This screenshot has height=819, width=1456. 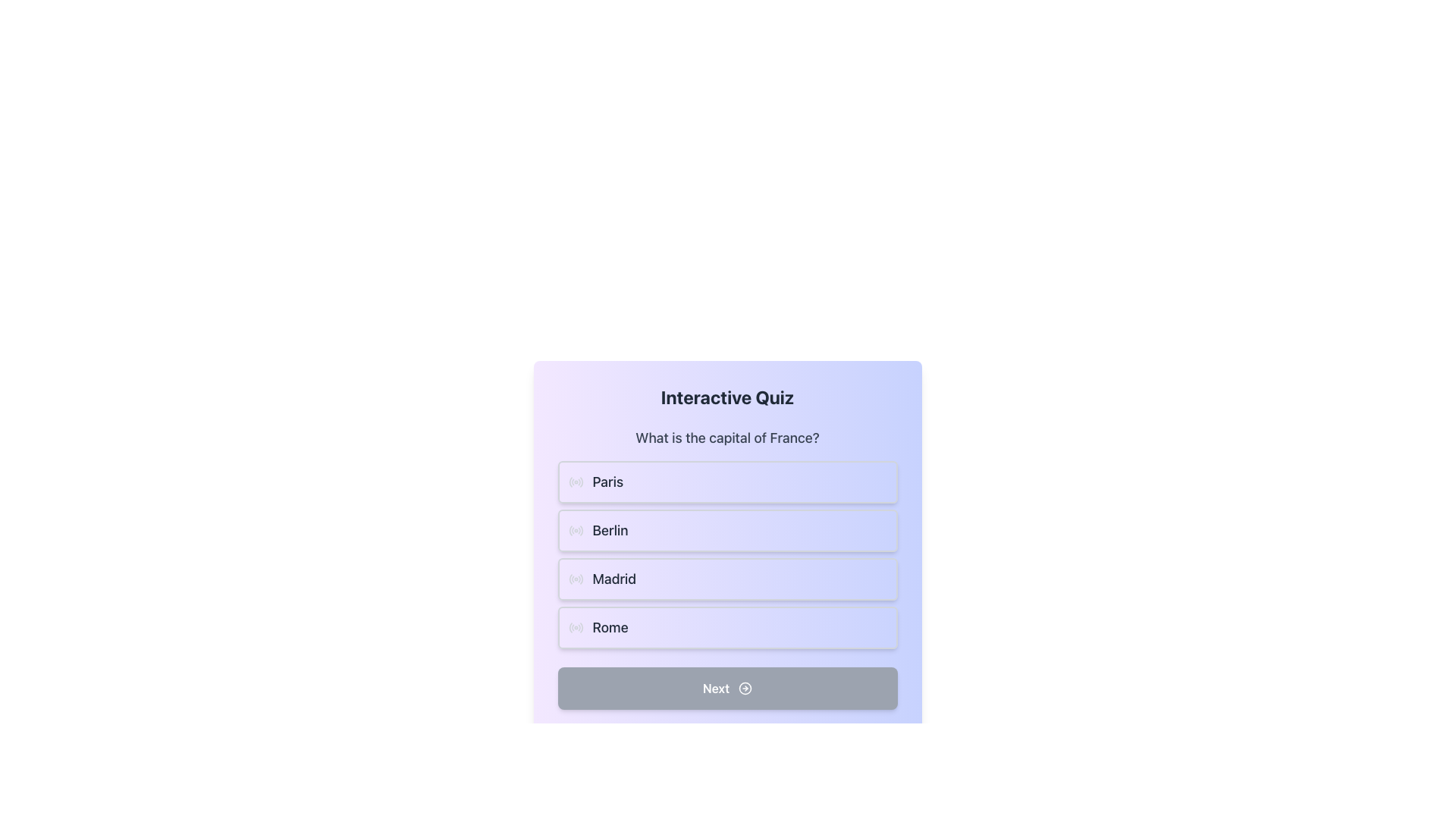 I want to click on the text label indicating the third selectable answer option for the quiz question 'What is the capital of France?', so click(x=614, y=579).